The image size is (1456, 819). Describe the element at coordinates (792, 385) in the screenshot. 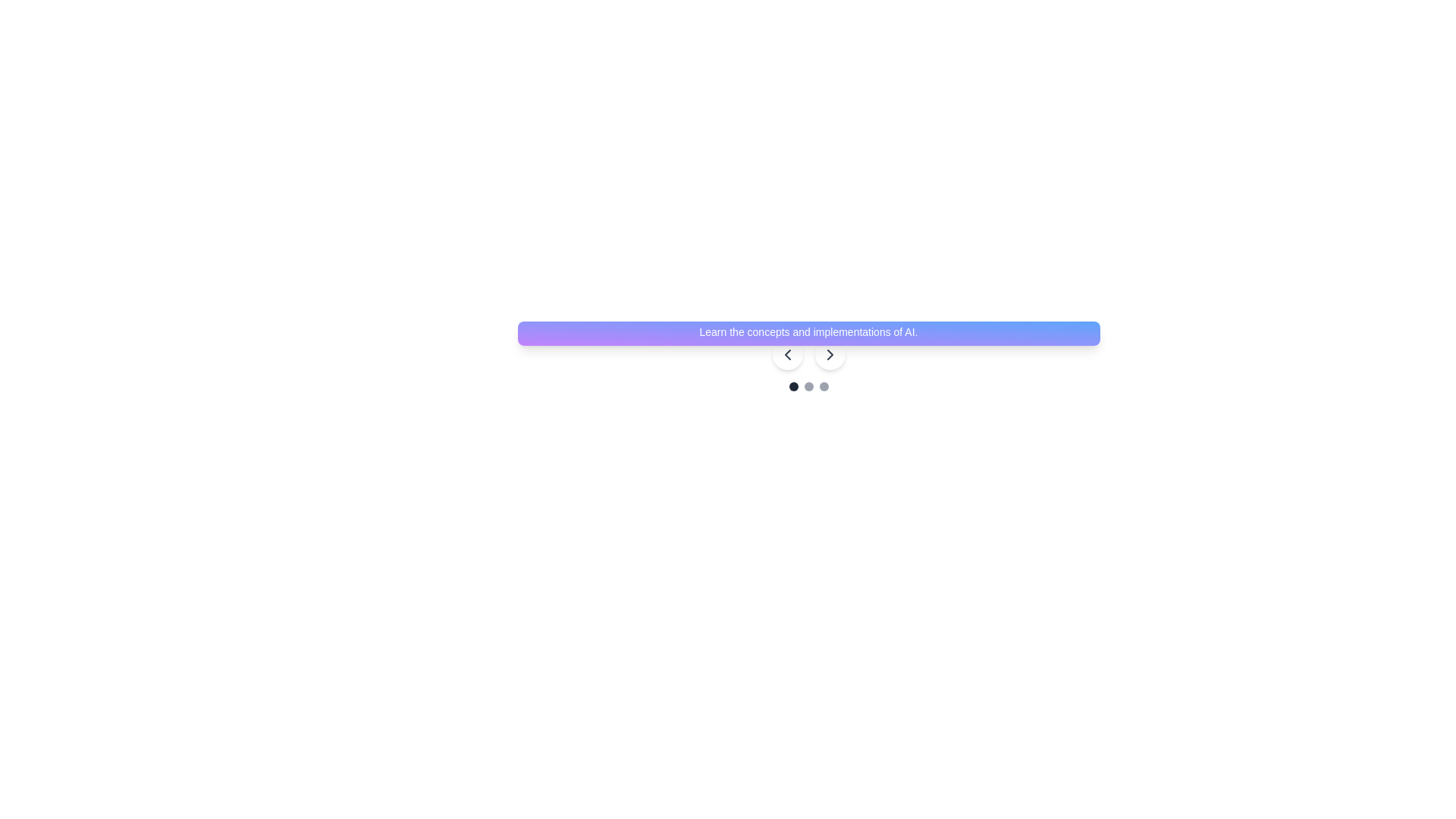

I see `the first circular navigation indicator located below the text banner 'Learn the concepts and implementations of AI.' to trigger a visual effect` at that location.